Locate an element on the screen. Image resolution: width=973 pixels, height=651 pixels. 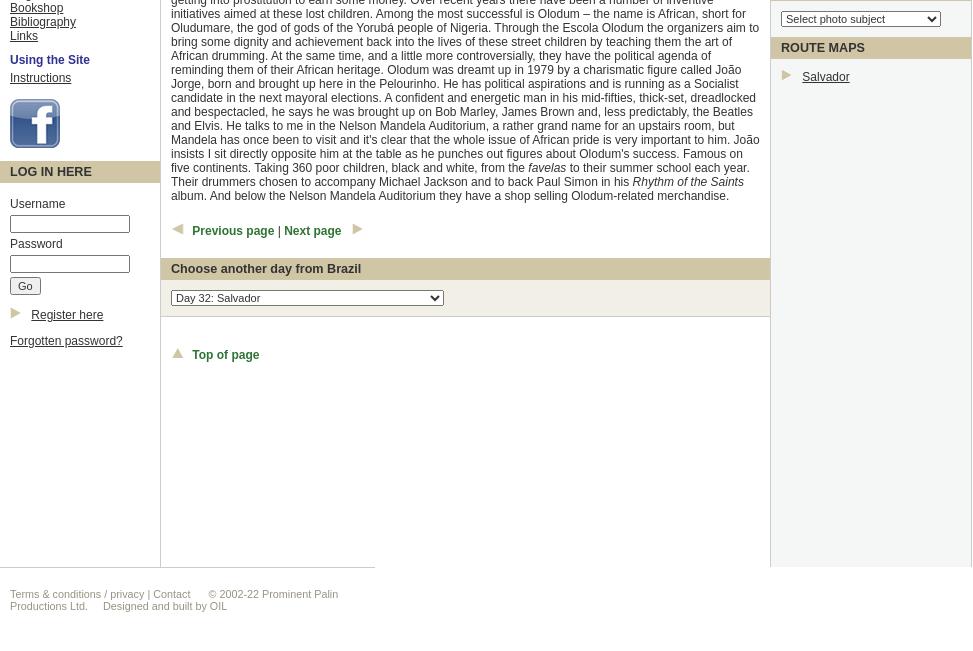
'© 2002-22
  Prominent Palin Productions Ltd.' is located at coordinates (10, 599).